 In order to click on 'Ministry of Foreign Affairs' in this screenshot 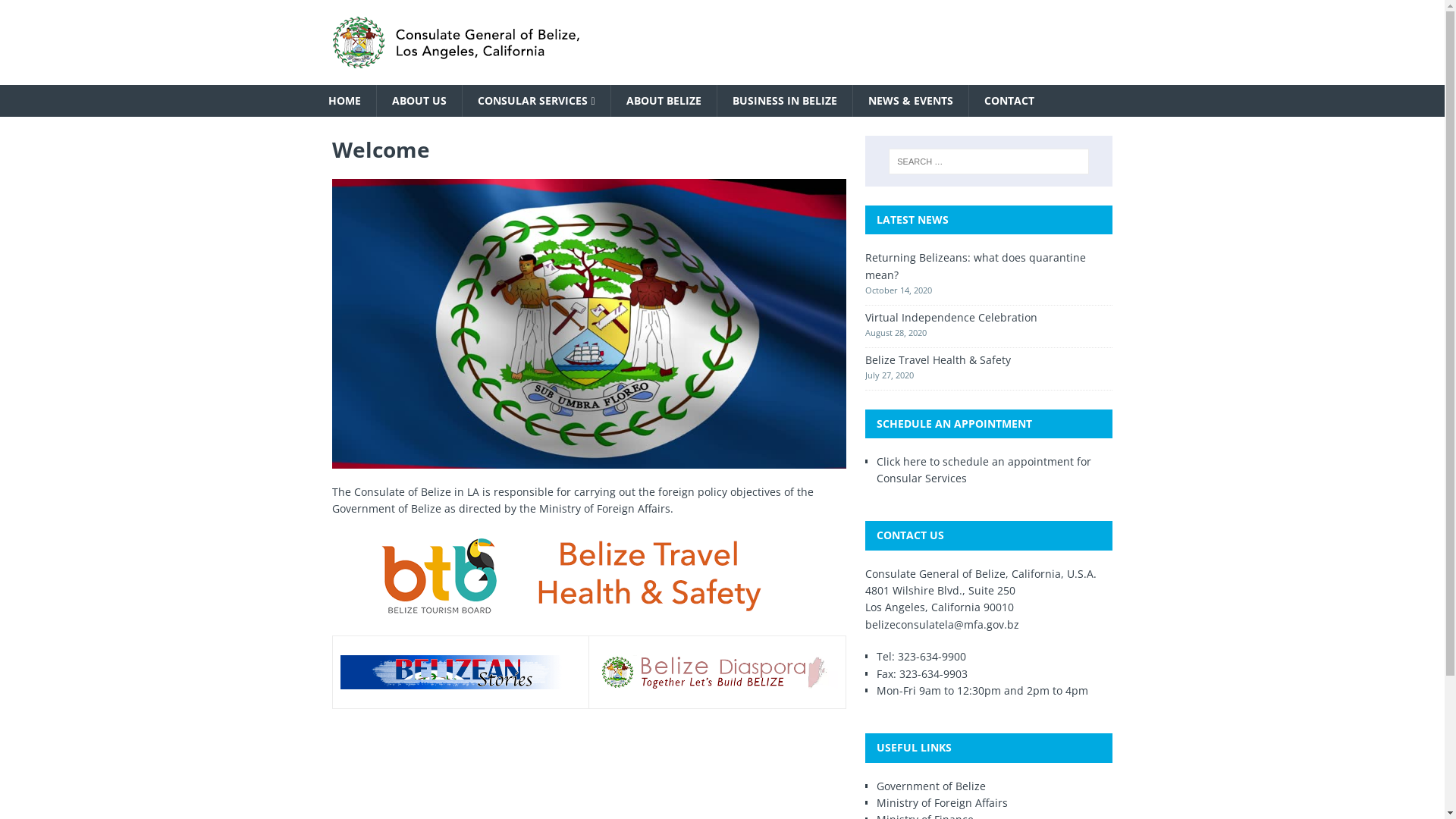, I will do `click(877, 802)`.